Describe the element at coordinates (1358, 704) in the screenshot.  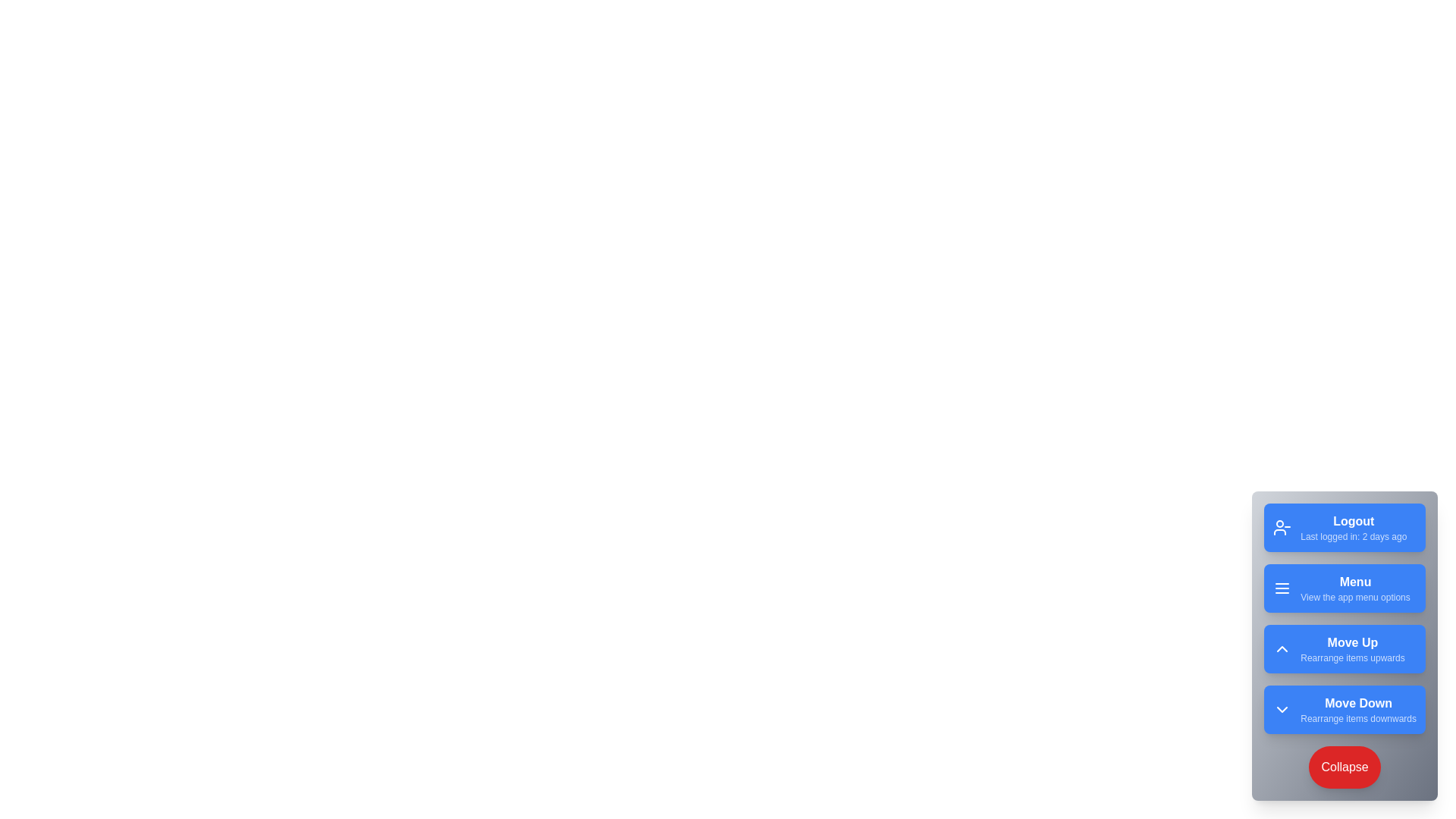
I see `the 'Move Down' text label, which is displayed in a bold font within a blue rectangular area at the bottom-right of the interface` at that location.